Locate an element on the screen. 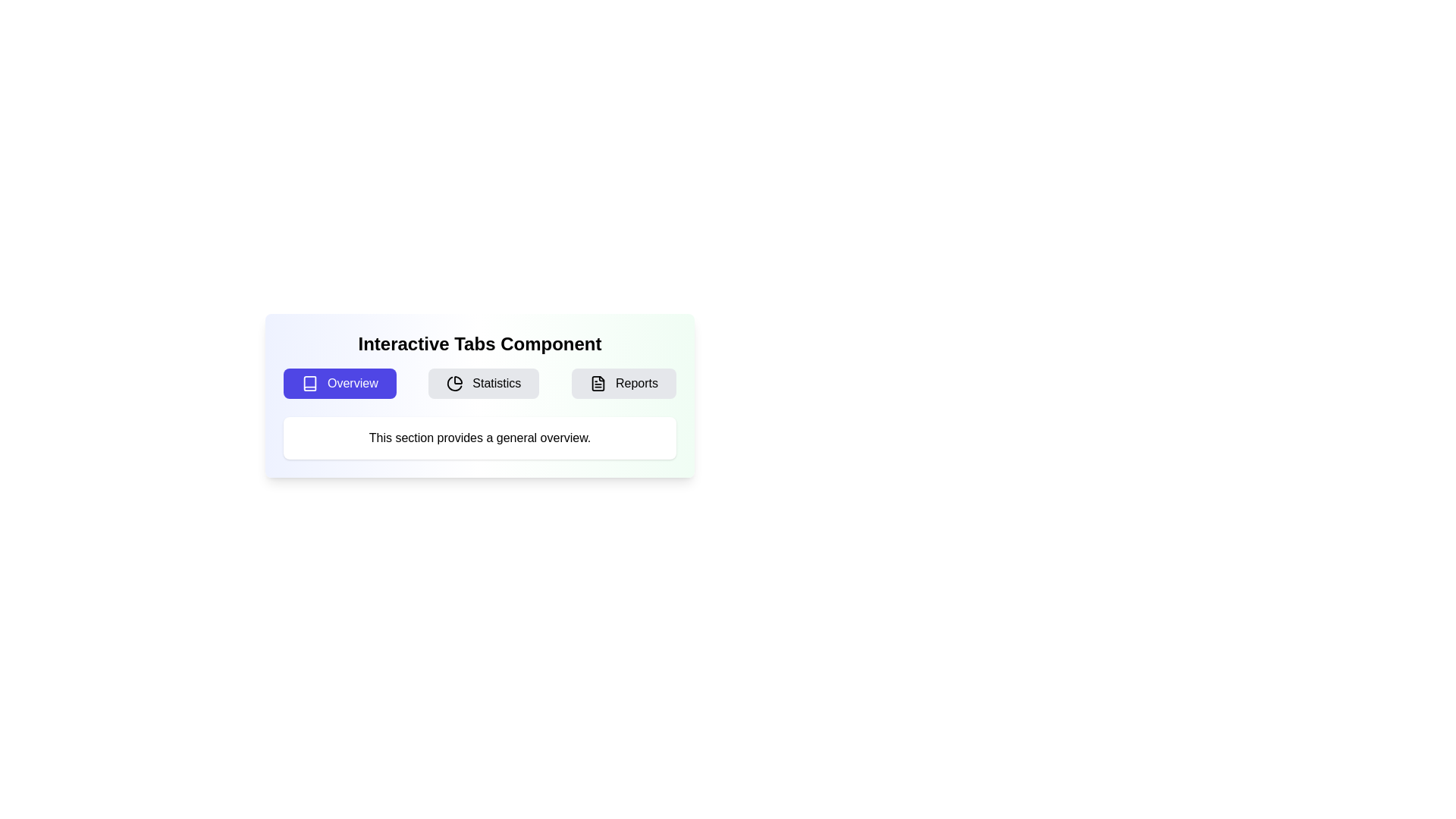 The image size is (1456, 819). the second sliced segment of the pie chart icon within the 'Statistics' tab is located at coordinates (454, 383).